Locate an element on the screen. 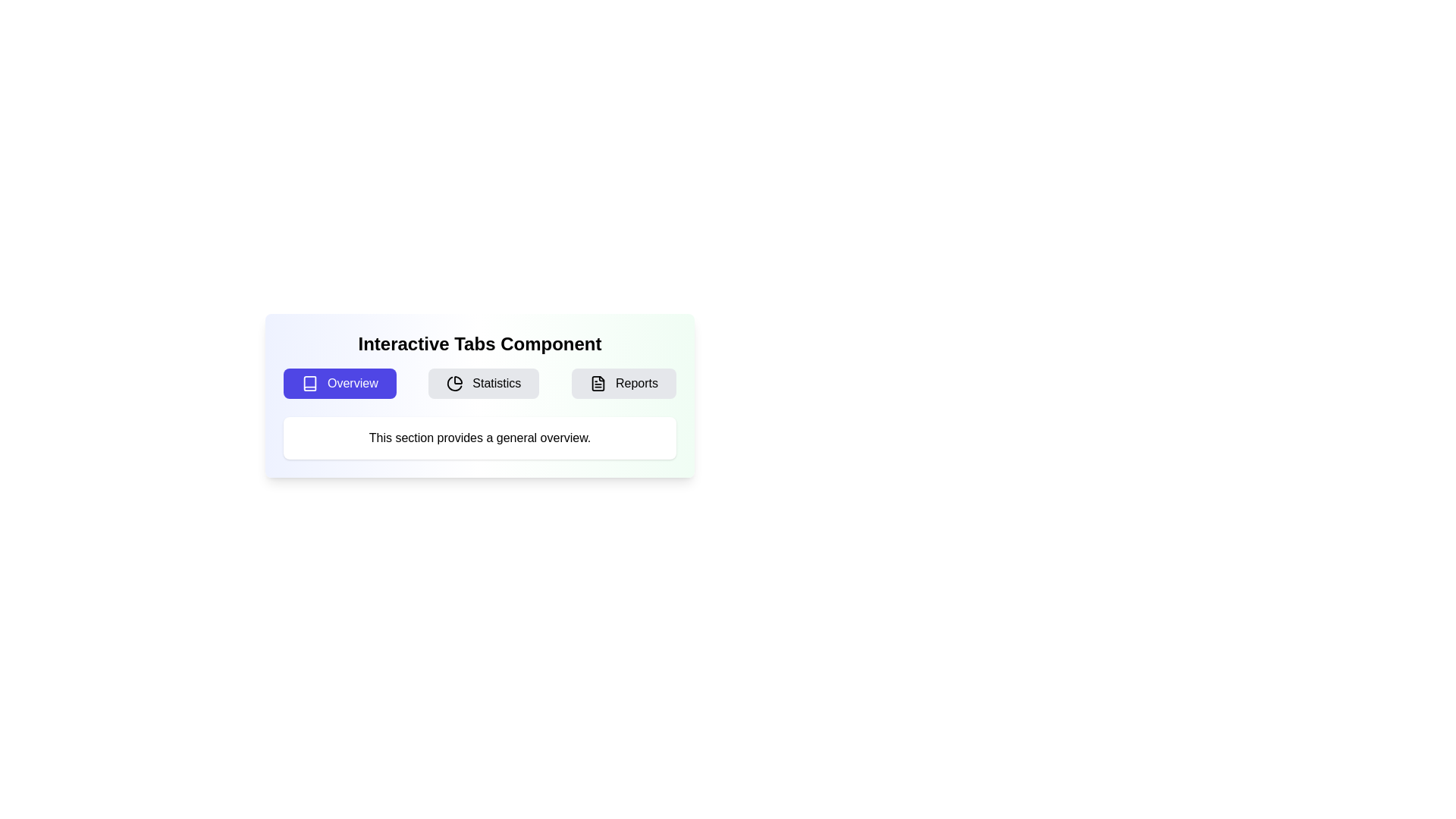 The image size is (1456, 819). the second sliced segment of the pie chart icon within the 'Statistics' tab is located at coordinates (454, 383).